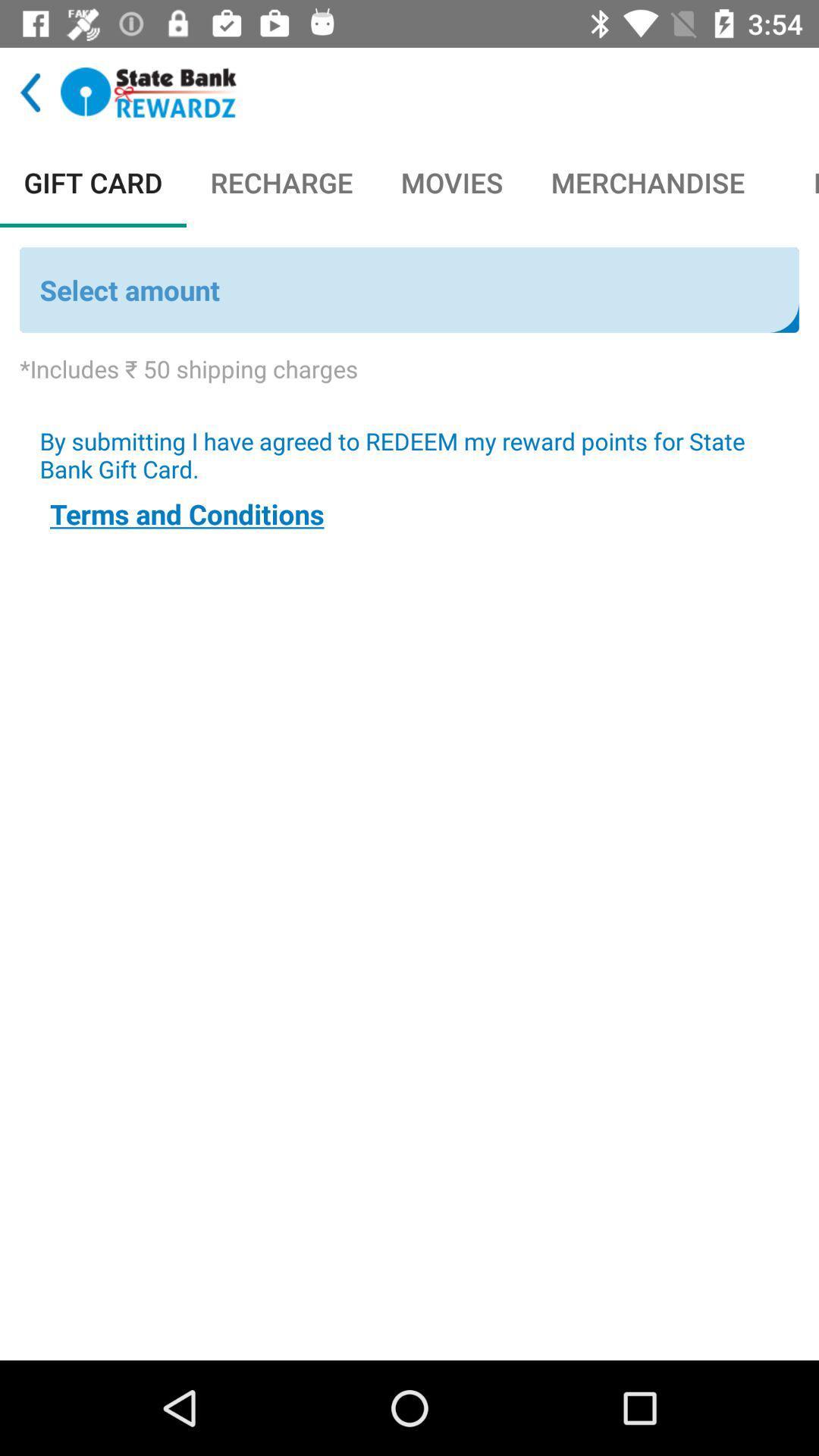  Describe the element at coordinates (30, 92) in the screenshot. I see `go back` at that location.